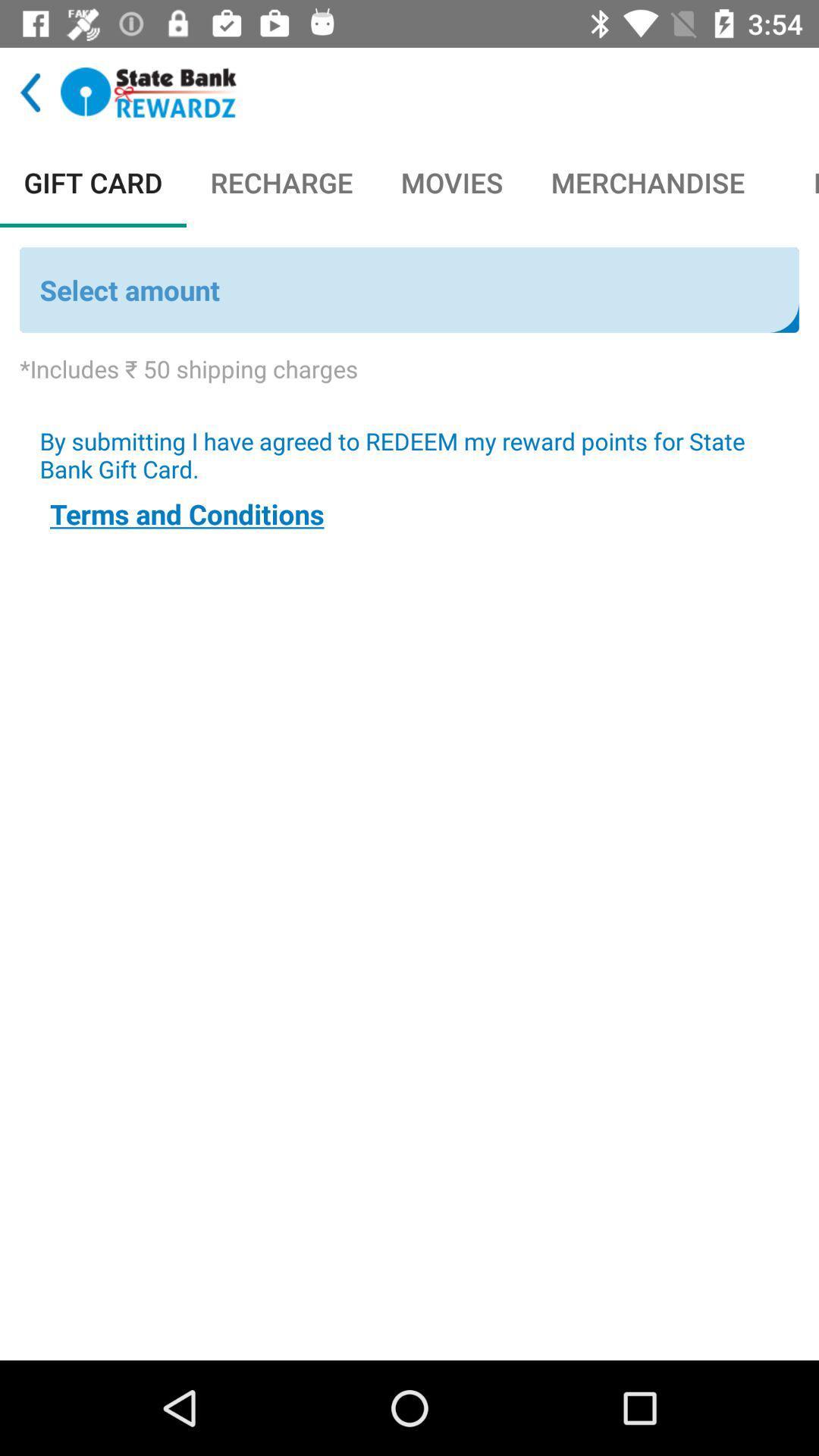  Describe the element at coordinates (30, 92) in the screenshot. I see `go back` at that location.